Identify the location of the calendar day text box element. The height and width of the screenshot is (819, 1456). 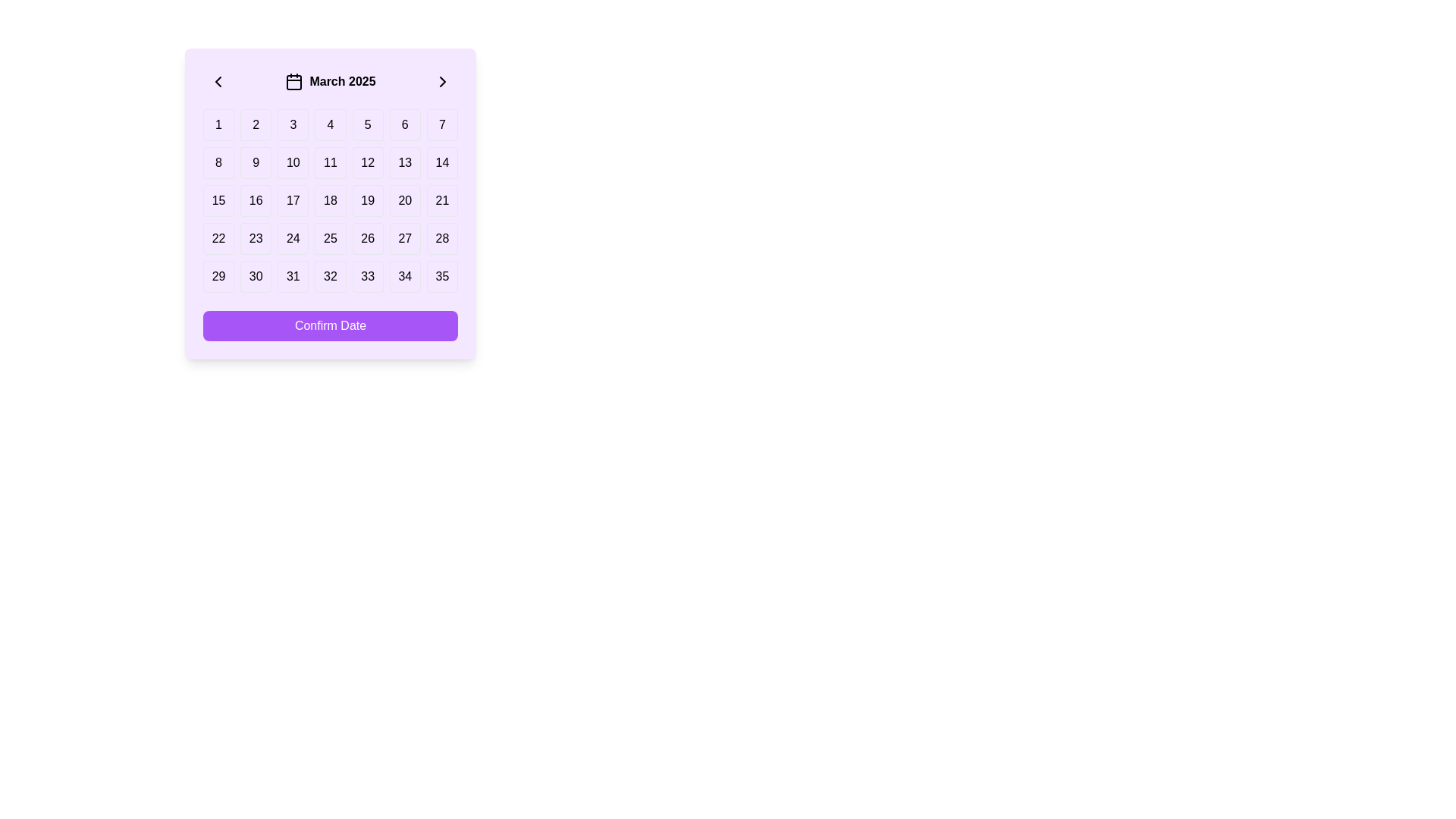
(256, 124).